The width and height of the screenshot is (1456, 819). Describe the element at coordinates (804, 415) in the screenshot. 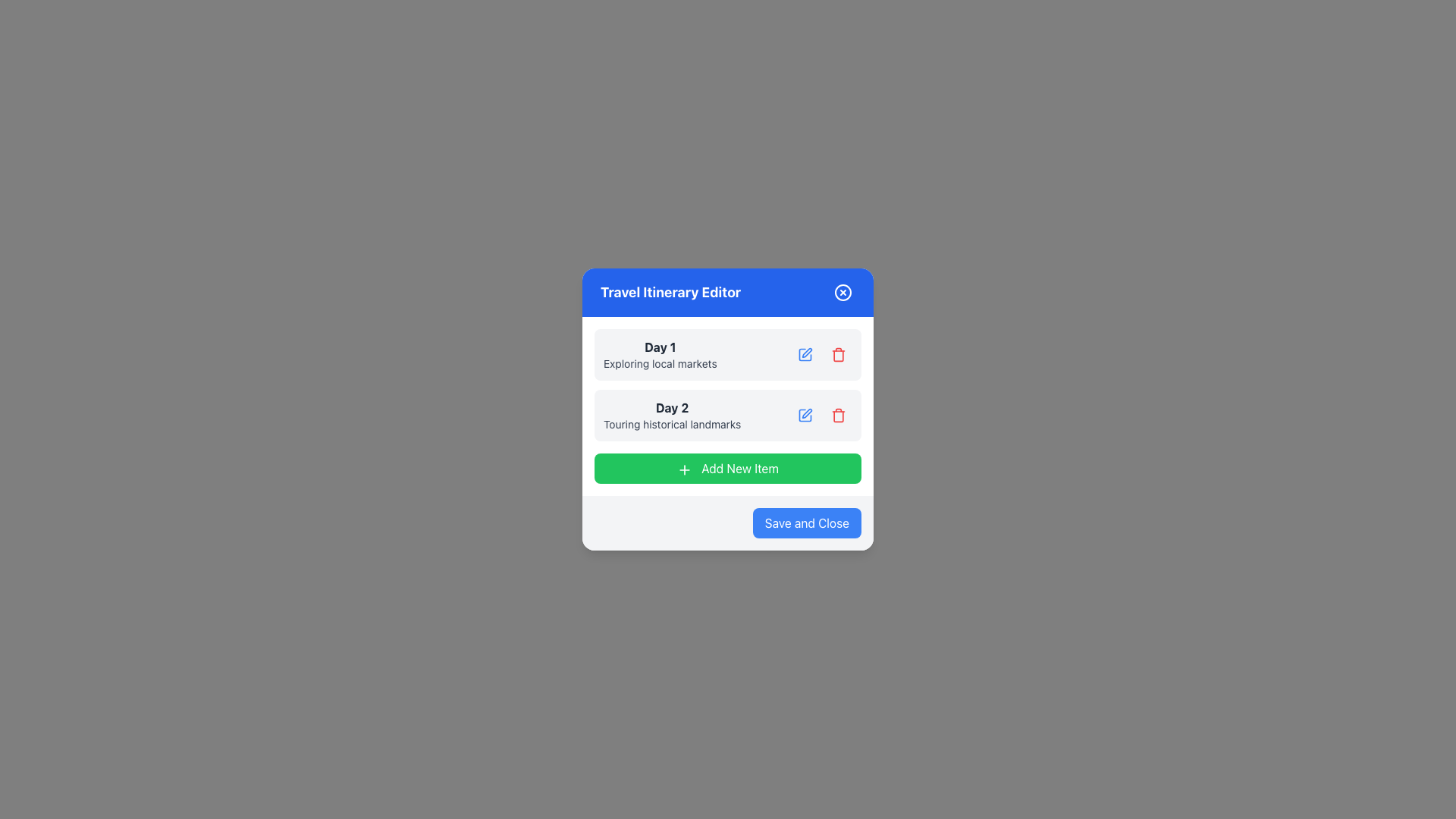

I see `the button` at that location.